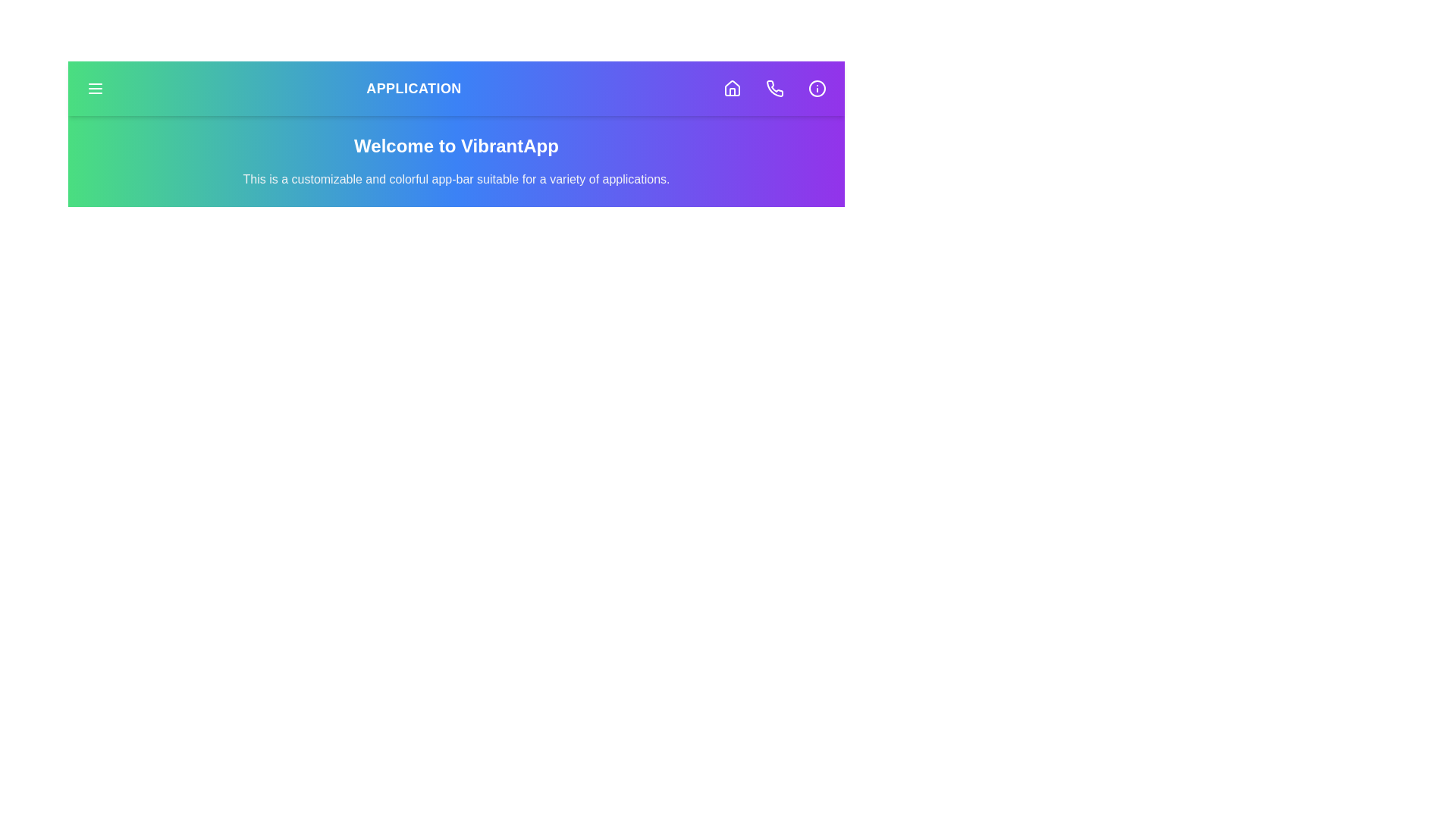  Describe the element at coordinates (732, 88) in the screenshot. I see `the home button in the navigation bar` at that location.